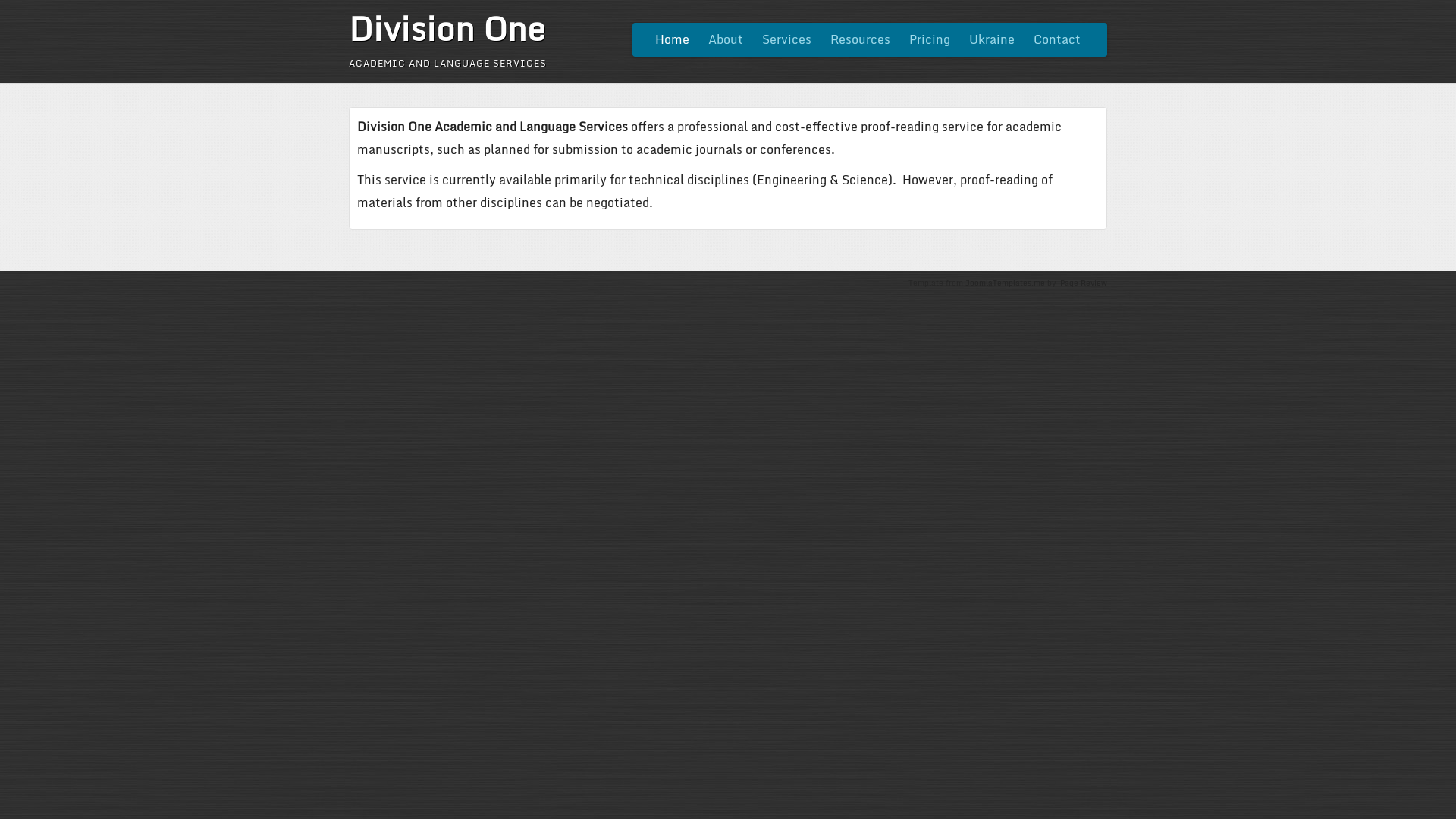 This screenshot has height=819, width=1456. I want to click on 'Services', so click(786, 39).